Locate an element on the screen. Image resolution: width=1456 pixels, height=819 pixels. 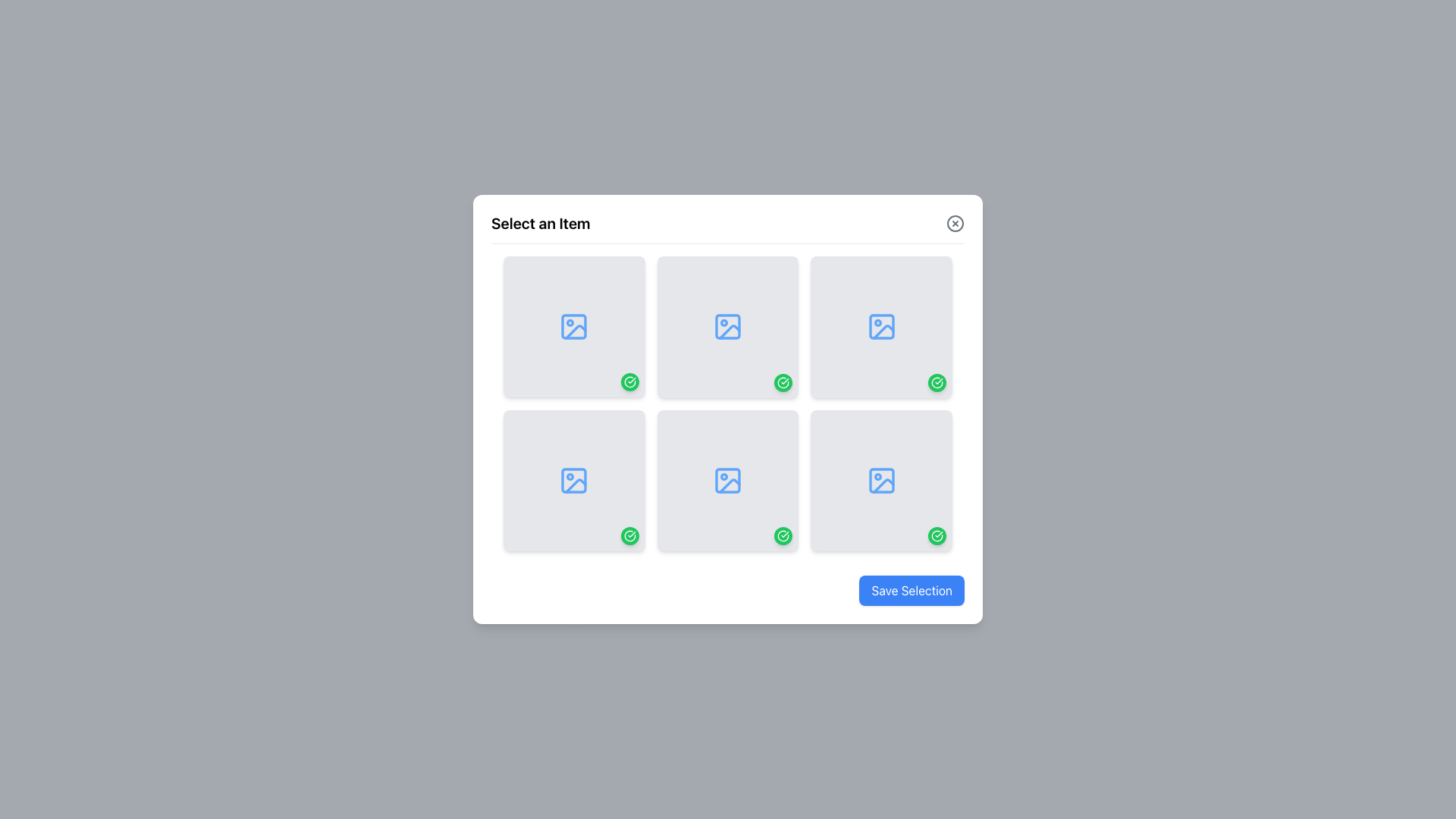
the text label that serves as the heading or title for the dialog box, positioned in the top-left area of the dialog box is located at coordinates (541, 223).